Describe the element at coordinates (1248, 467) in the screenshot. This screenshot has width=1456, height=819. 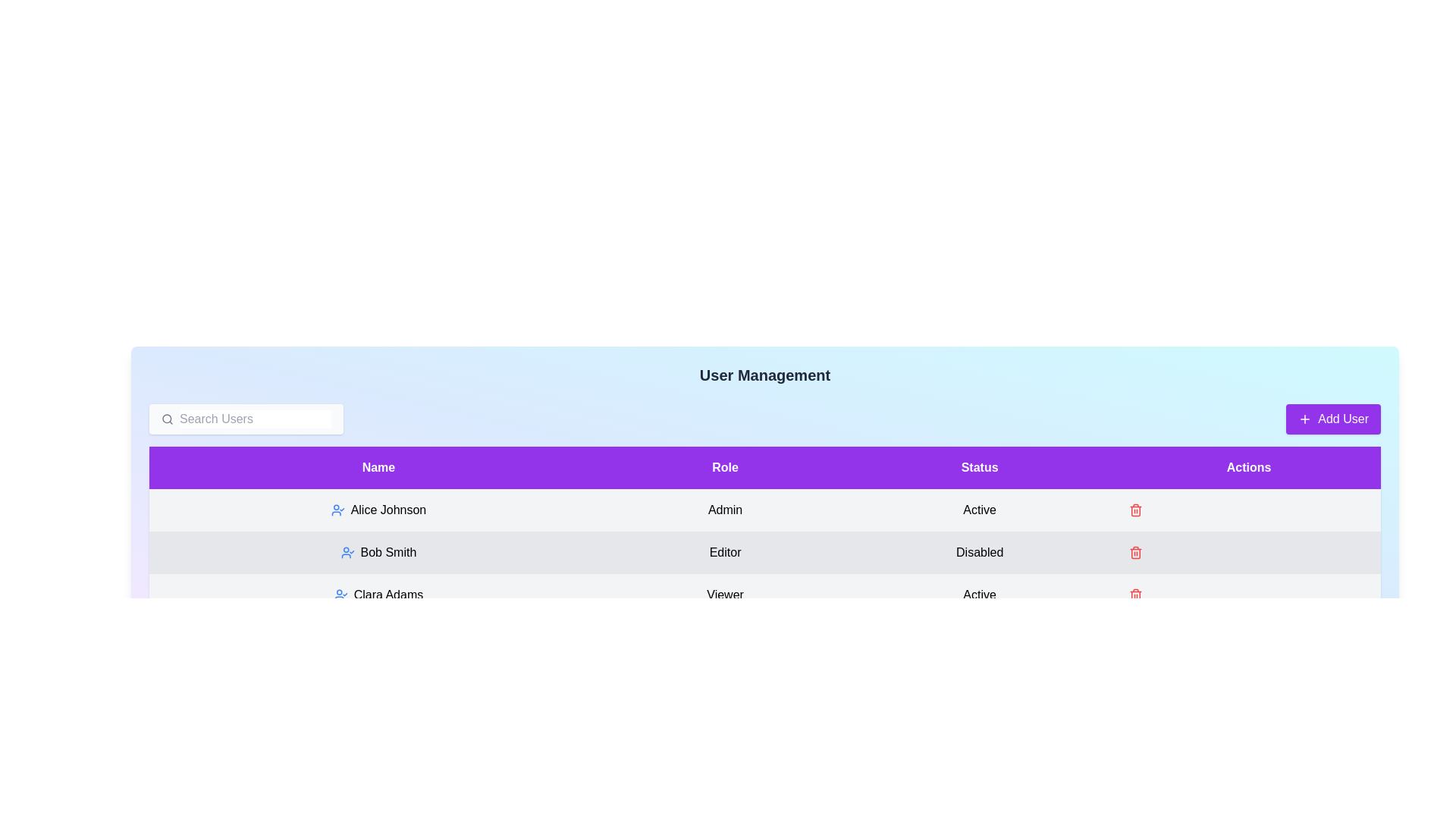
I see `the header Actions to sort the table by that column` at that location.